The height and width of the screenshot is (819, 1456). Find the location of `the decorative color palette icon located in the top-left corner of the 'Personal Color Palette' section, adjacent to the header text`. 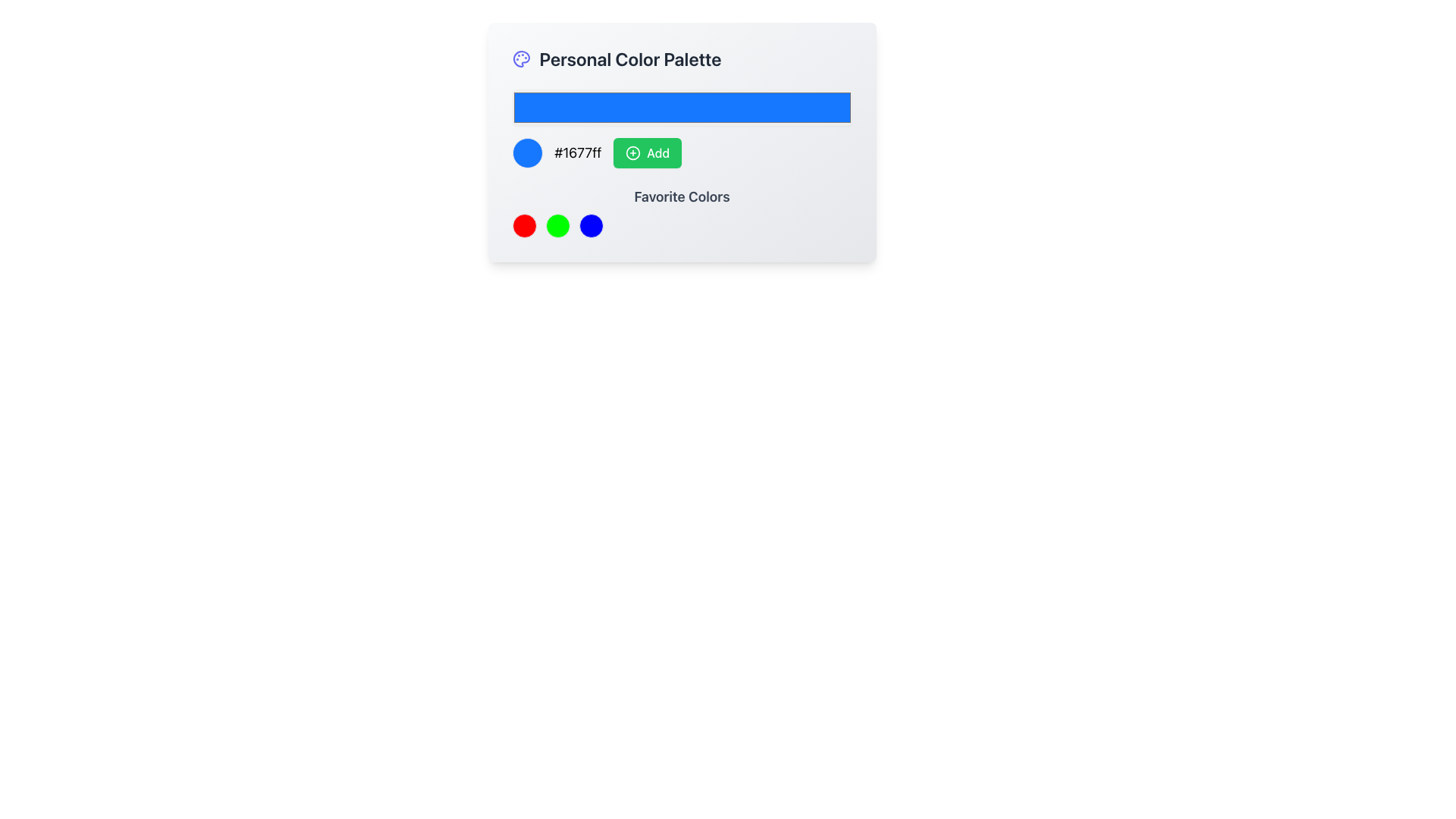

the decorative color palette icon located in the top-left corner of the 'Personal Color Palette' section, adjacent to the header text is located at coordinates (521, 58).